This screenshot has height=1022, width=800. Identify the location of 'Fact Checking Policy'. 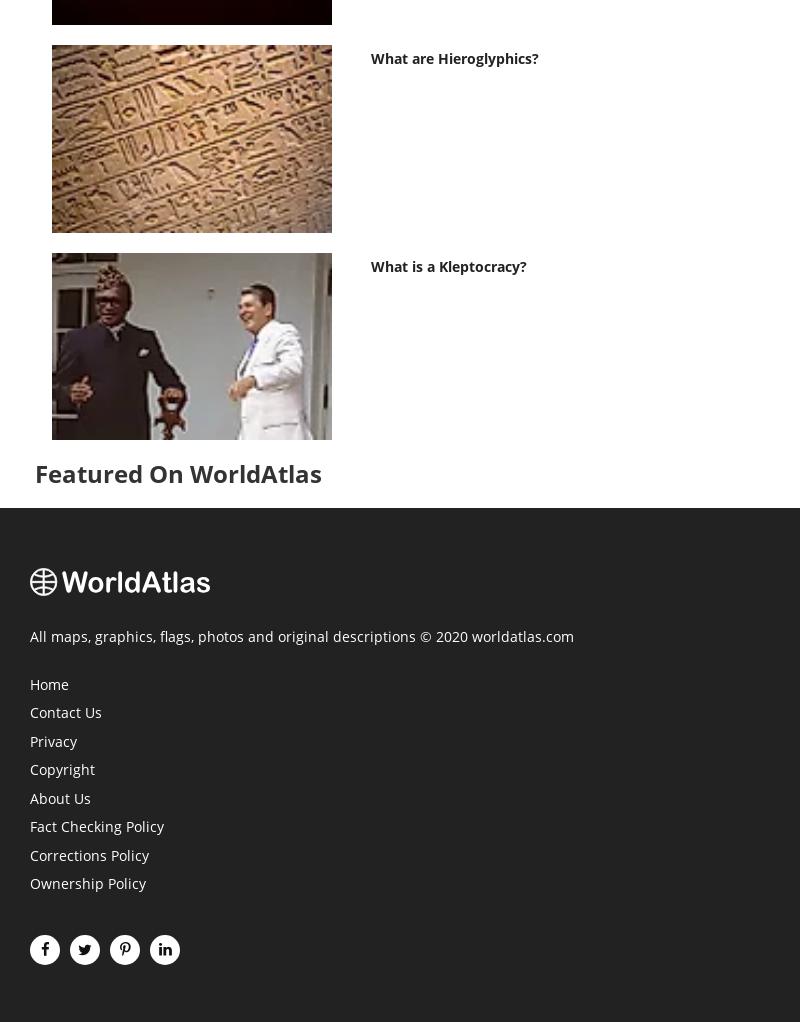
(96, 826).